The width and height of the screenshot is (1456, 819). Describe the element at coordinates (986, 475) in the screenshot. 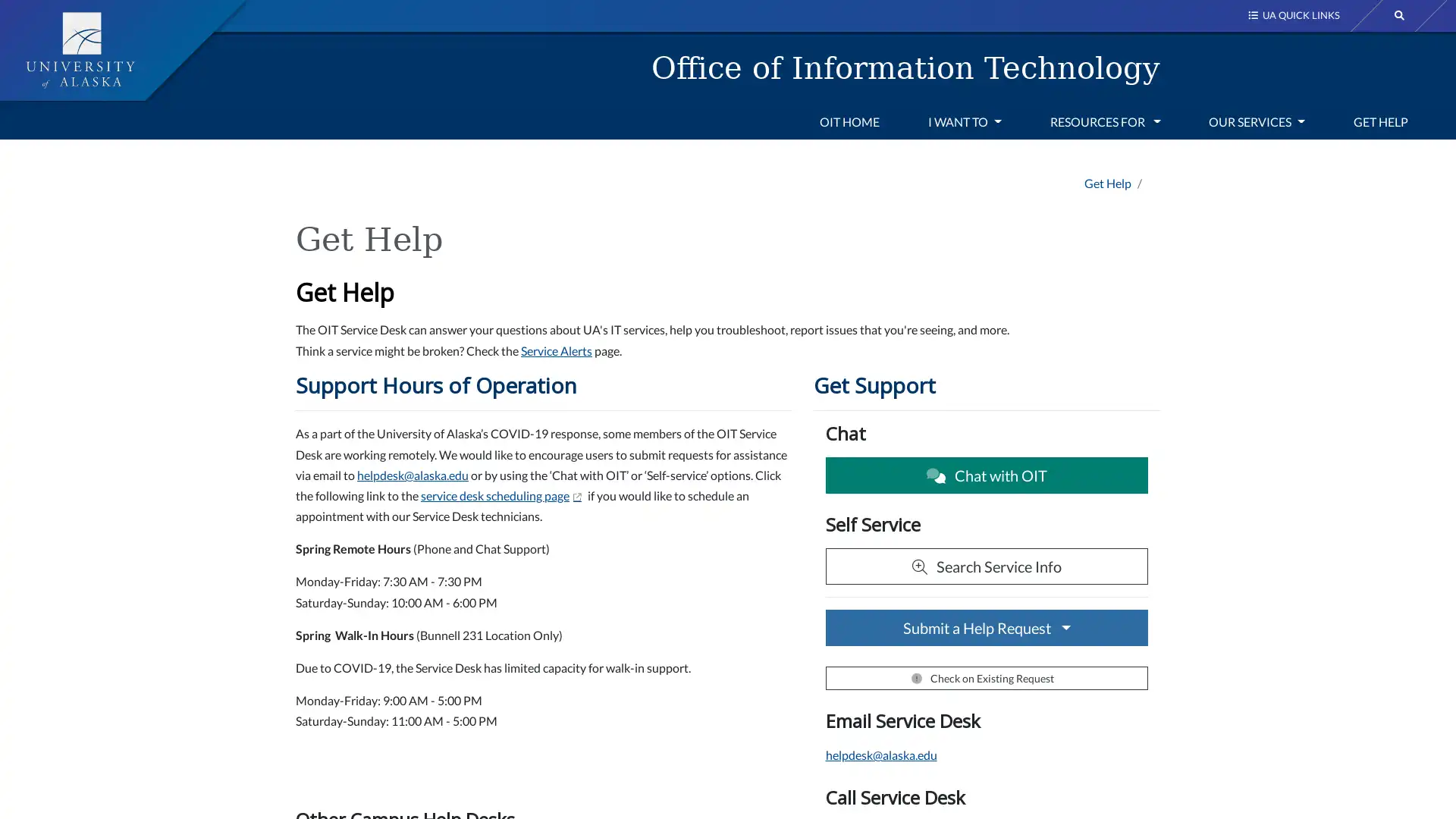

I see `Chat with OIT` at that location.